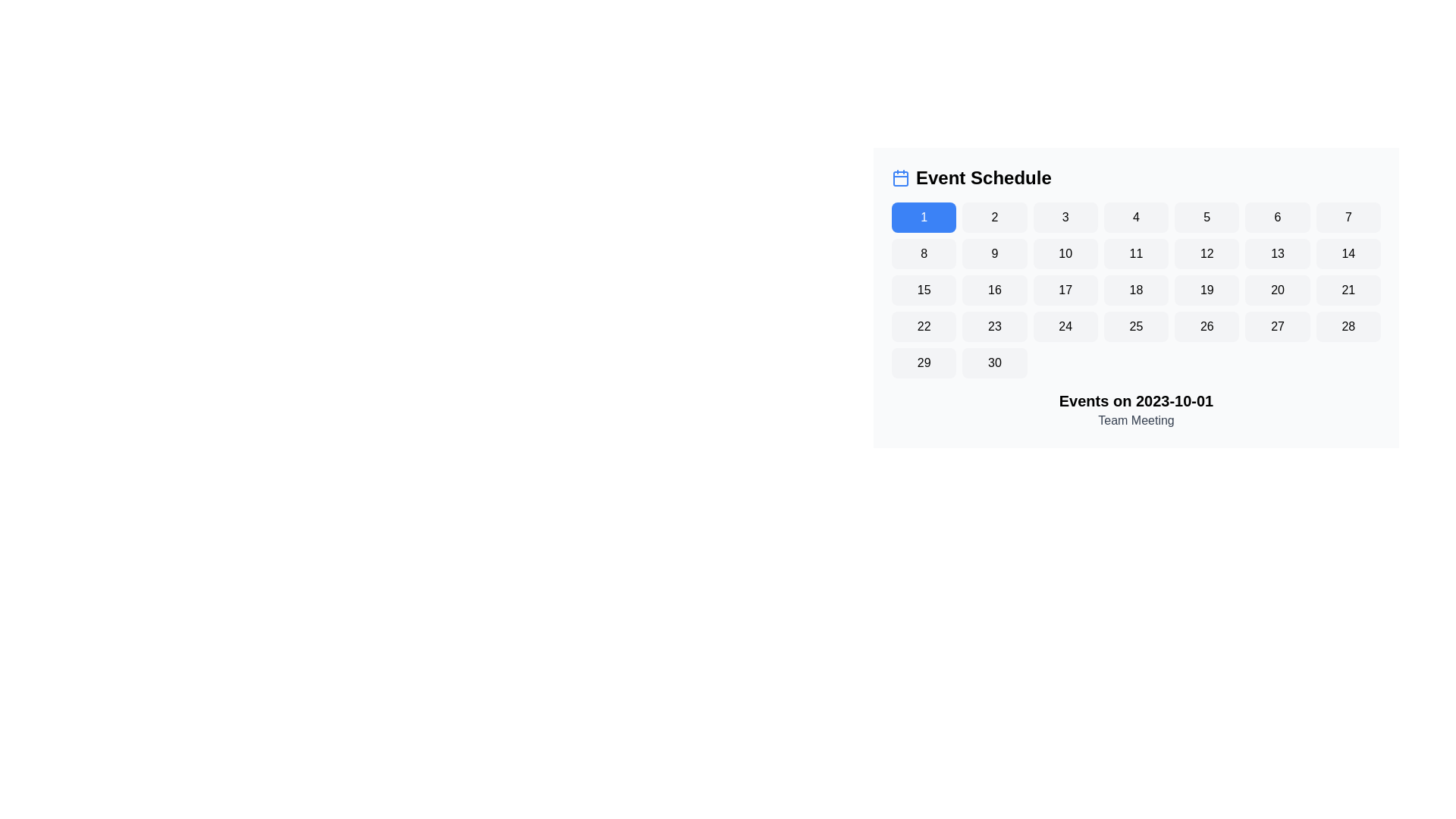  What do you see at coordinates (994, 290) in the screenshot?
I see `the selectable date button representing the number 16 in the calendar interface` at bounding box center [994, 290].